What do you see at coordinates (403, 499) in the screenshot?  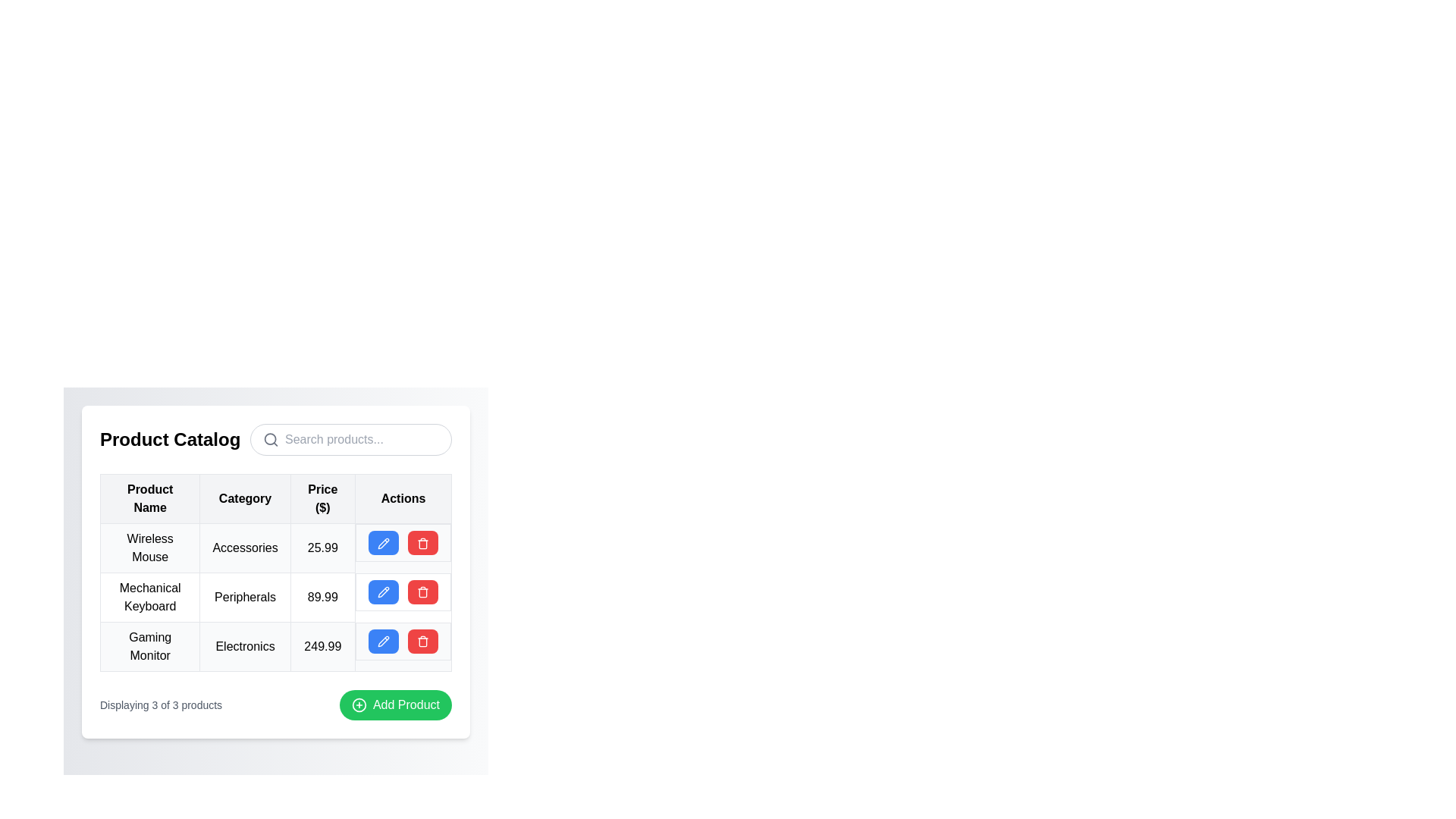 I see `the table header cell labeled 'Actions', which features bold text and a gray background, located at the top-right corner of the table` at bounding box center [403, 499].